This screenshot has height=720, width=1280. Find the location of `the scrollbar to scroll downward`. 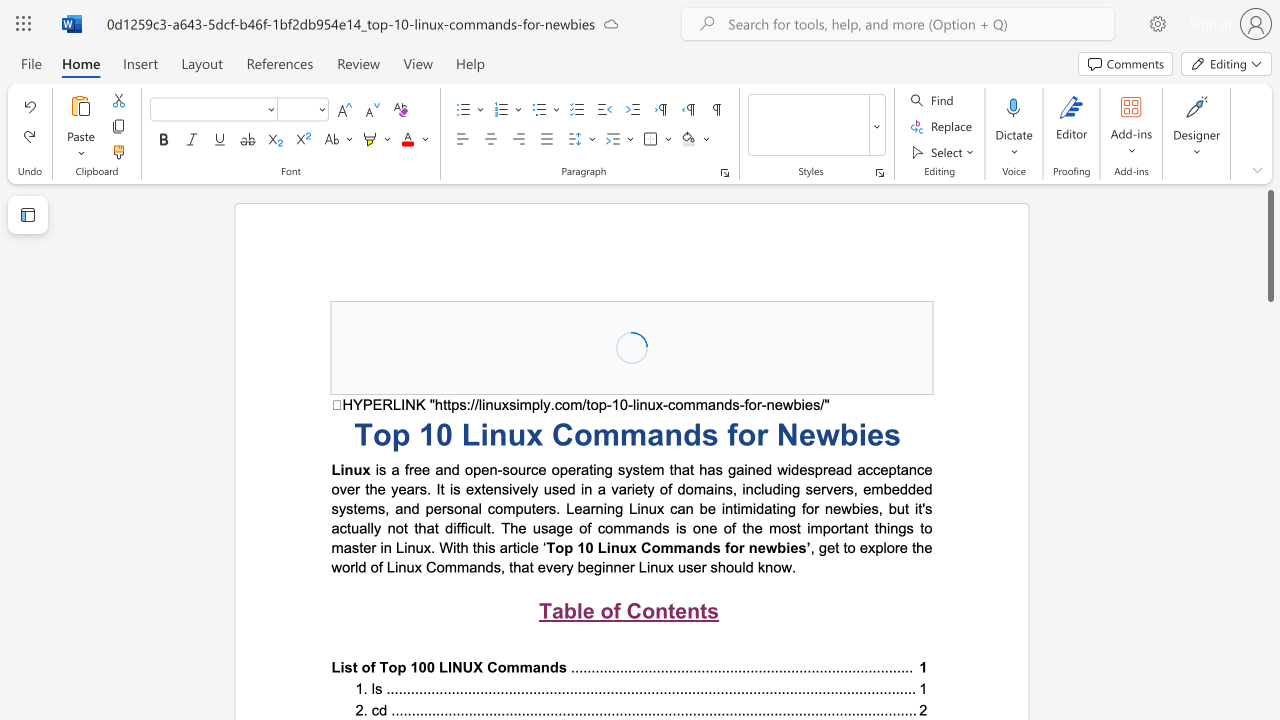

the scrollbar to scroll downward is located at coordinates (1269, 470).